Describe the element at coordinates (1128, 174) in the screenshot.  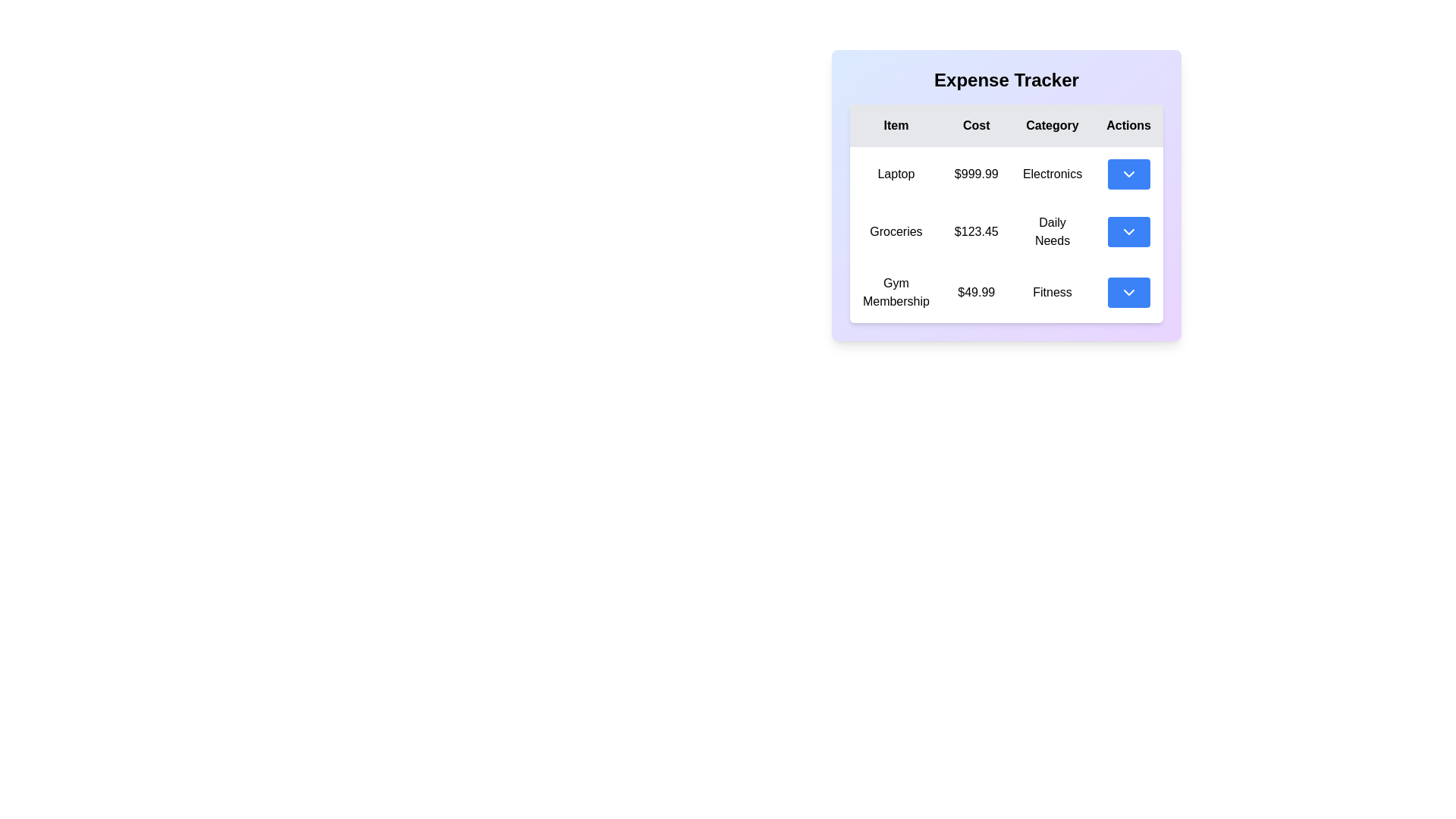
I see `the button with a downward-facing chevron icon located in the 'Actions' column of the first row for the 'Laptop' item` at that location.